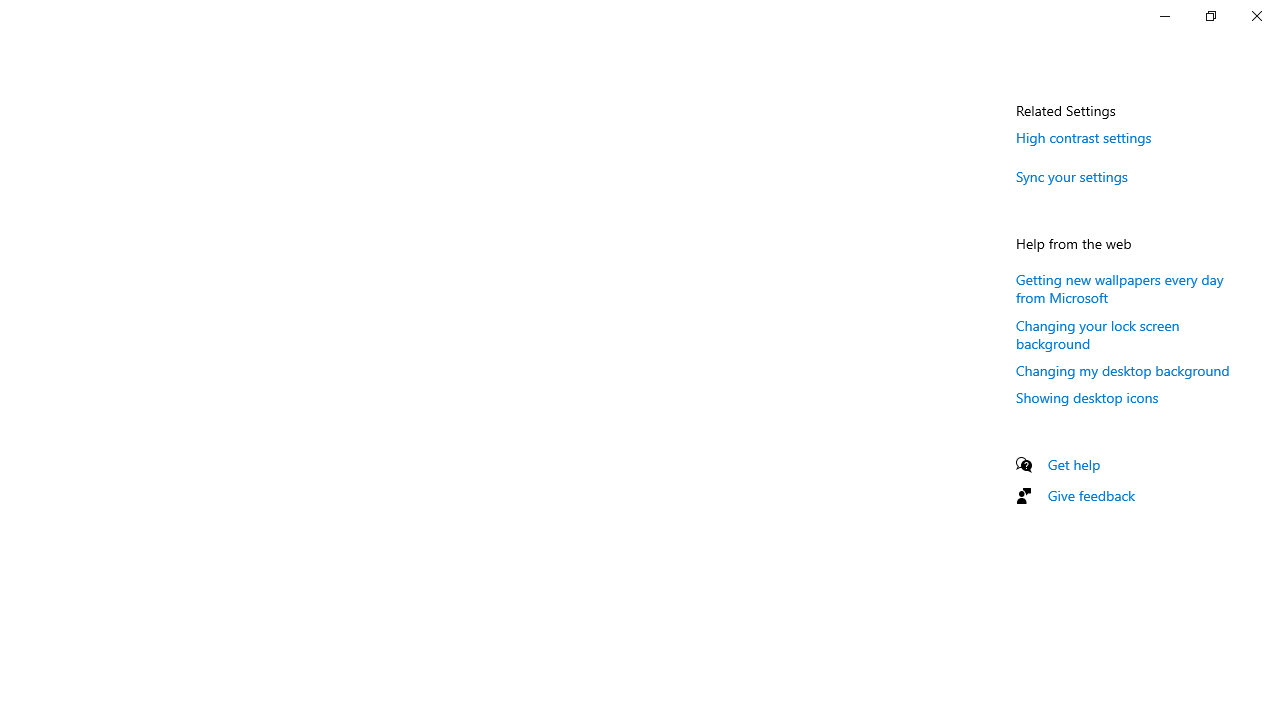  Describe the element at coordinates (1123, 370) in the screenshot. I see `'Changing my desktop background'` at that location.